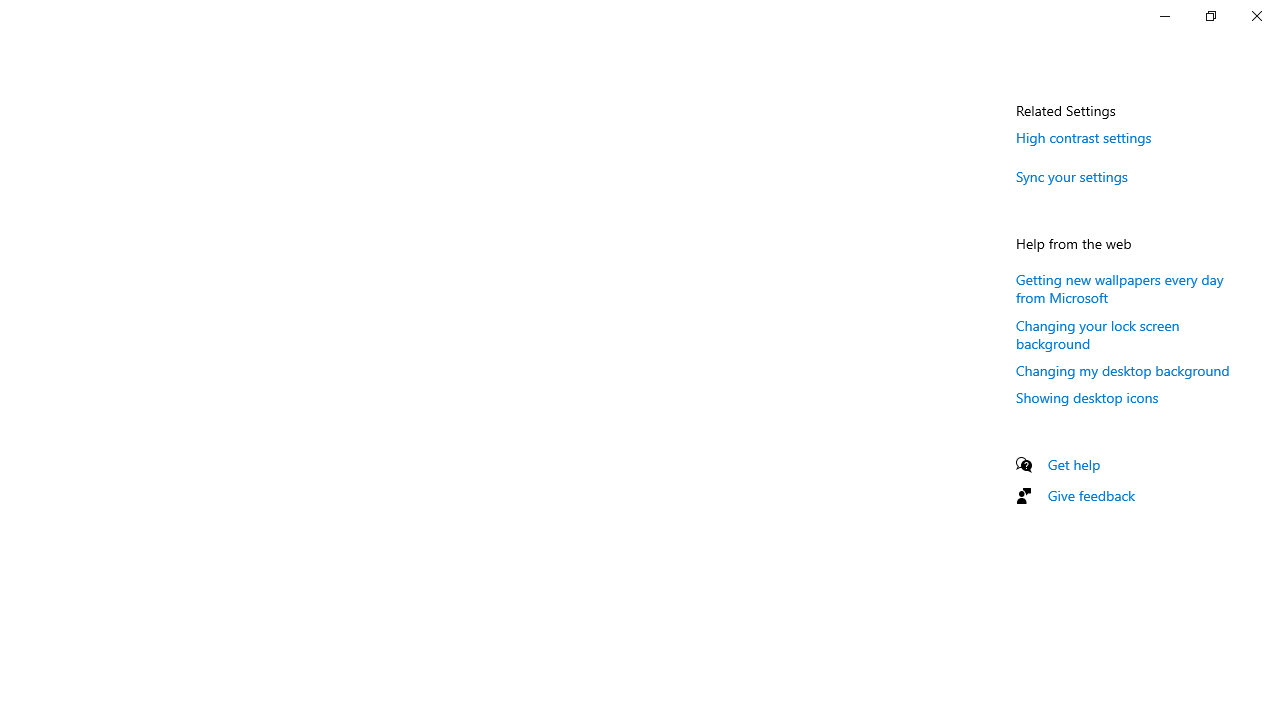  Describe the element at coordinates (1123, 370) in the screenshot. I see `'Changing my desktop background'` at that location.